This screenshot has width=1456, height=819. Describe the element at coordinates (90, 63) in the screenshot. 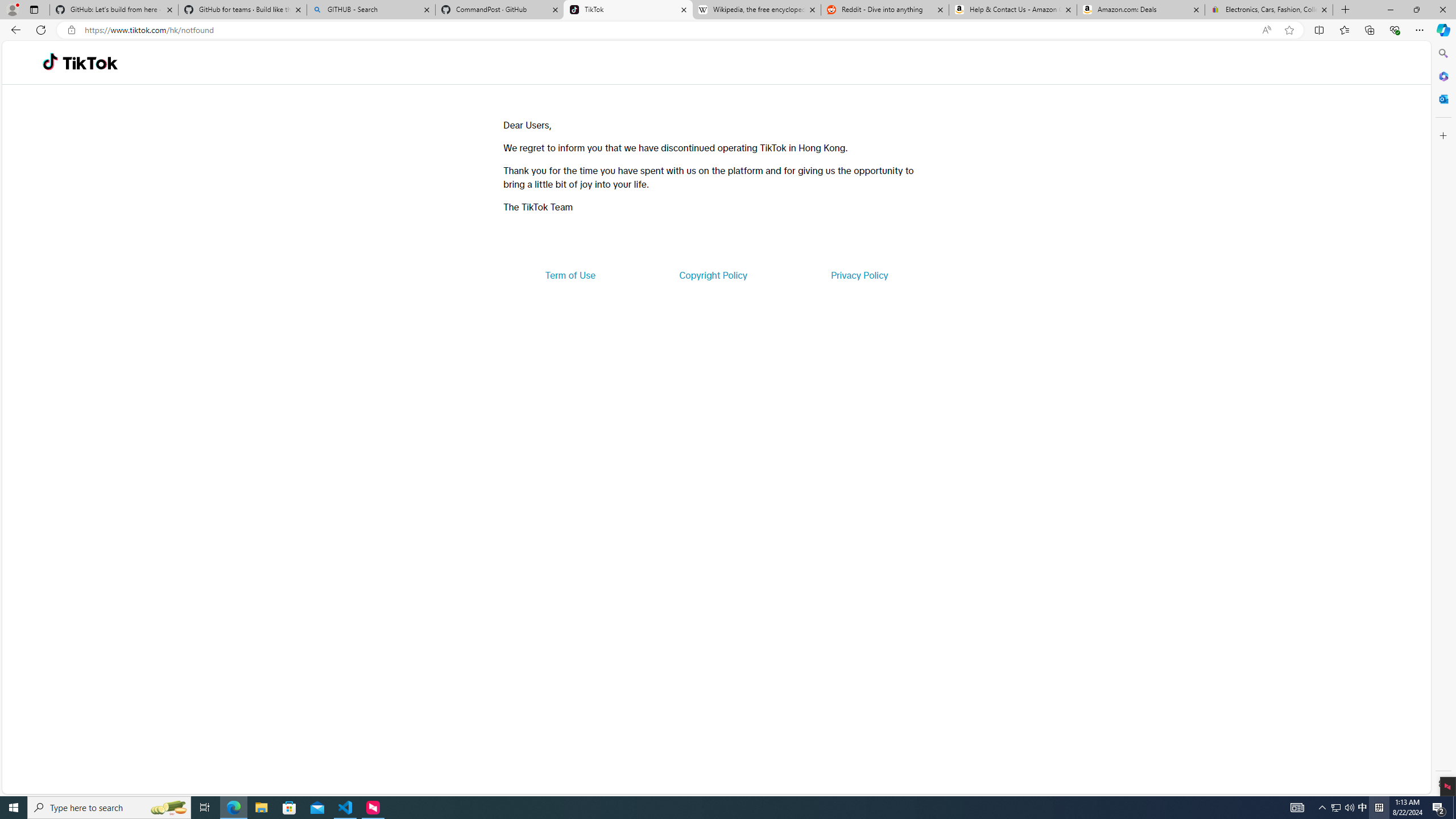

I see `'TikTok'` at that location.